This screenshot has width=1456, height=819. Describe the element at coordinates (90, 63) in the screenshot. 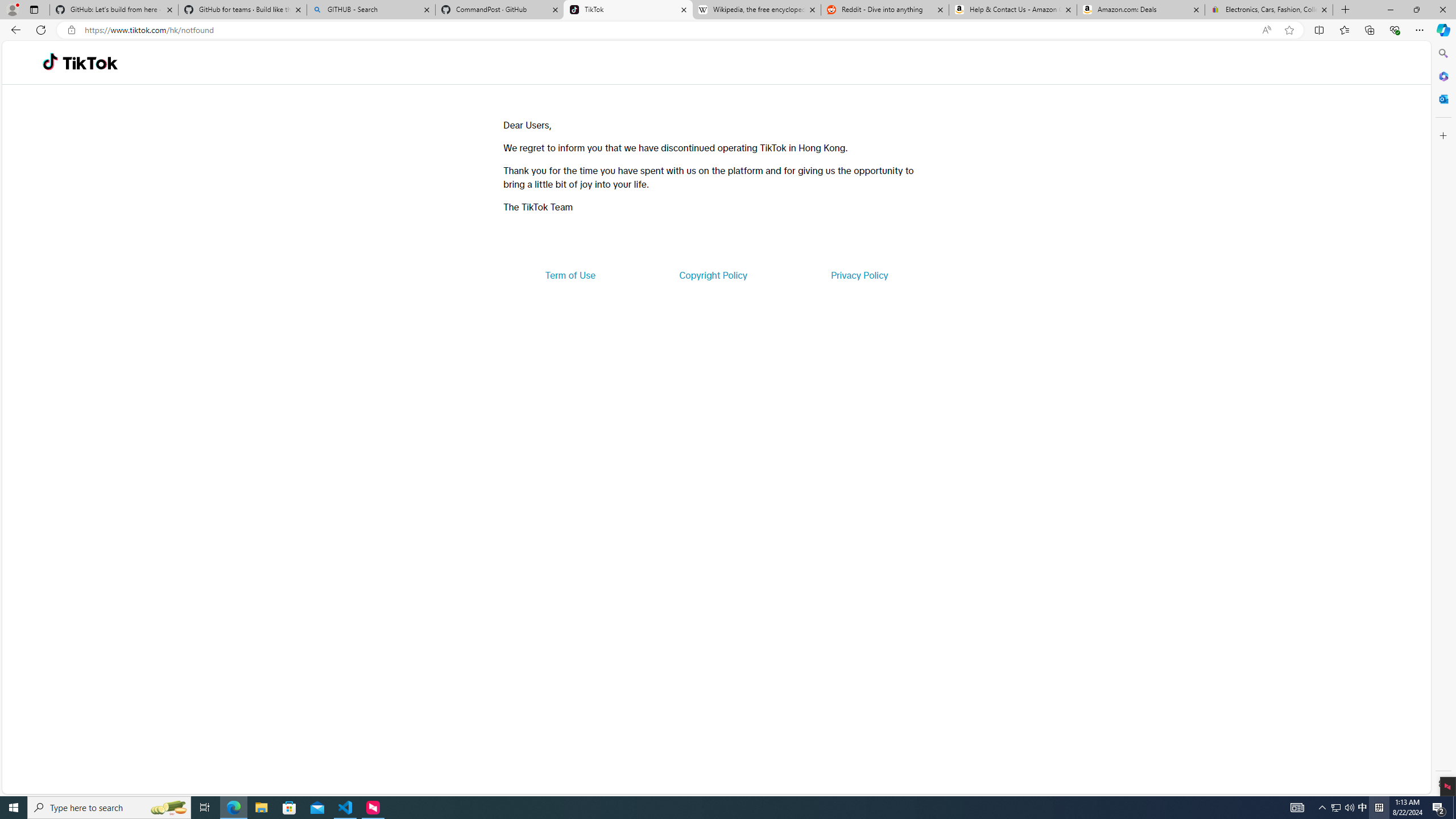

I see `'TikTok'` at that location.